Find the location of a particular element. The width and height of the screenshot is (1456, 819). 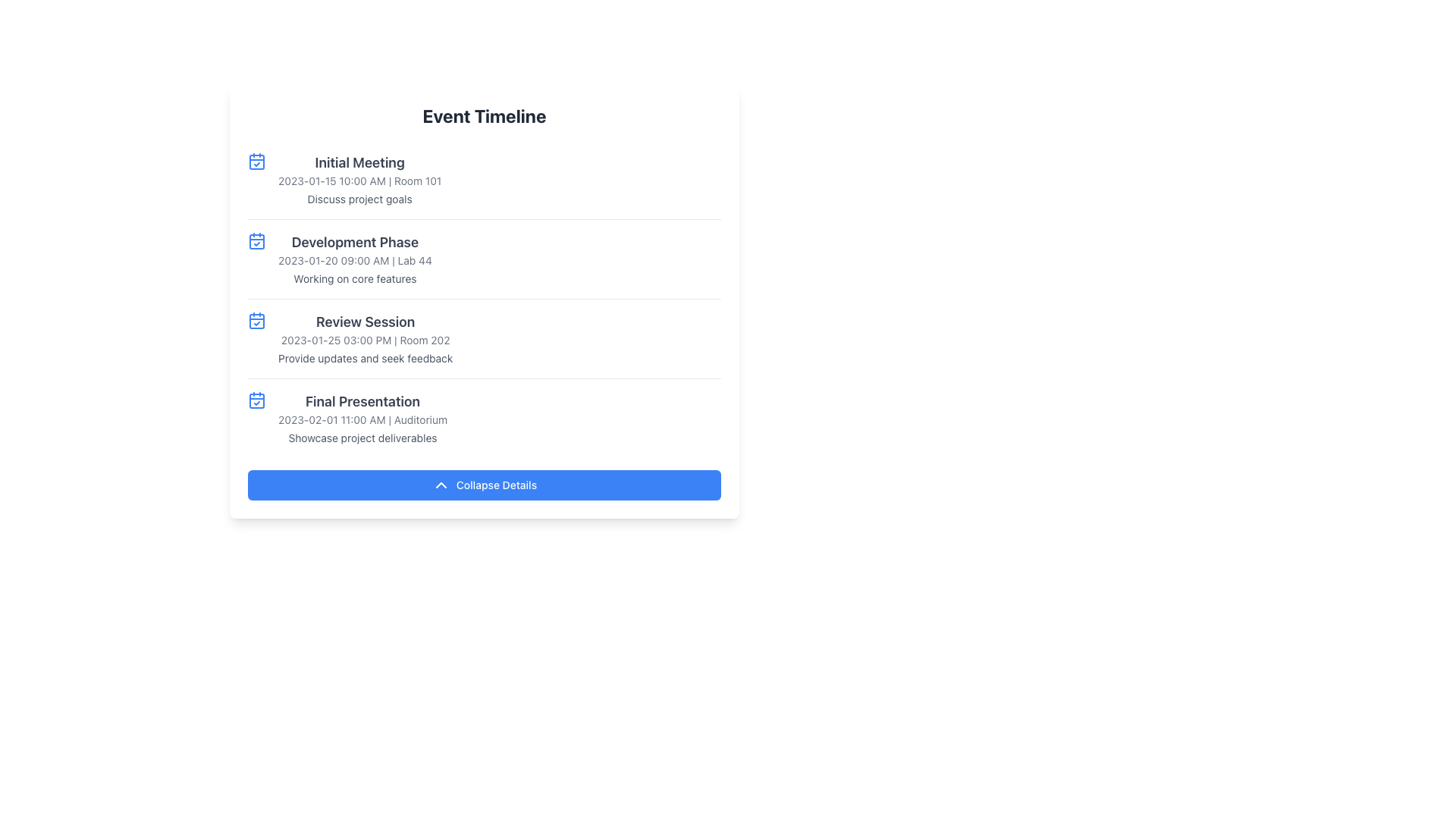

structured information block titled 'Development Phase', which includes the date '2023-01-20 09:00 AM', location 'Lab 44', and description 'Working on core features' is located at coordinates (483, 259).